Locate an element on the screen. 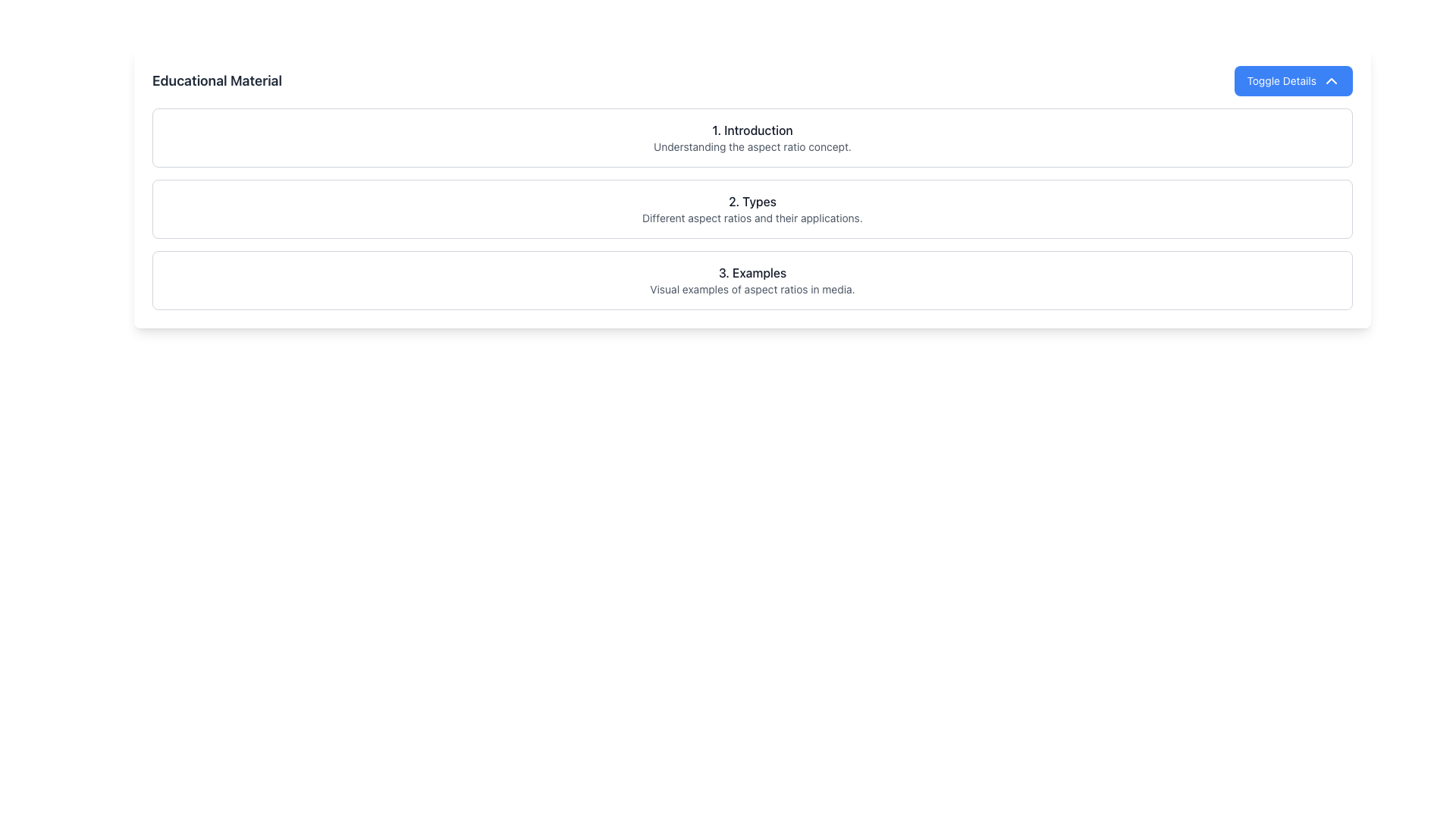 This screenshot has height=819, width=1456. the first informational block at the top of the list, which presents a title and brief description related to its topic is located at coordinates (752, 137).